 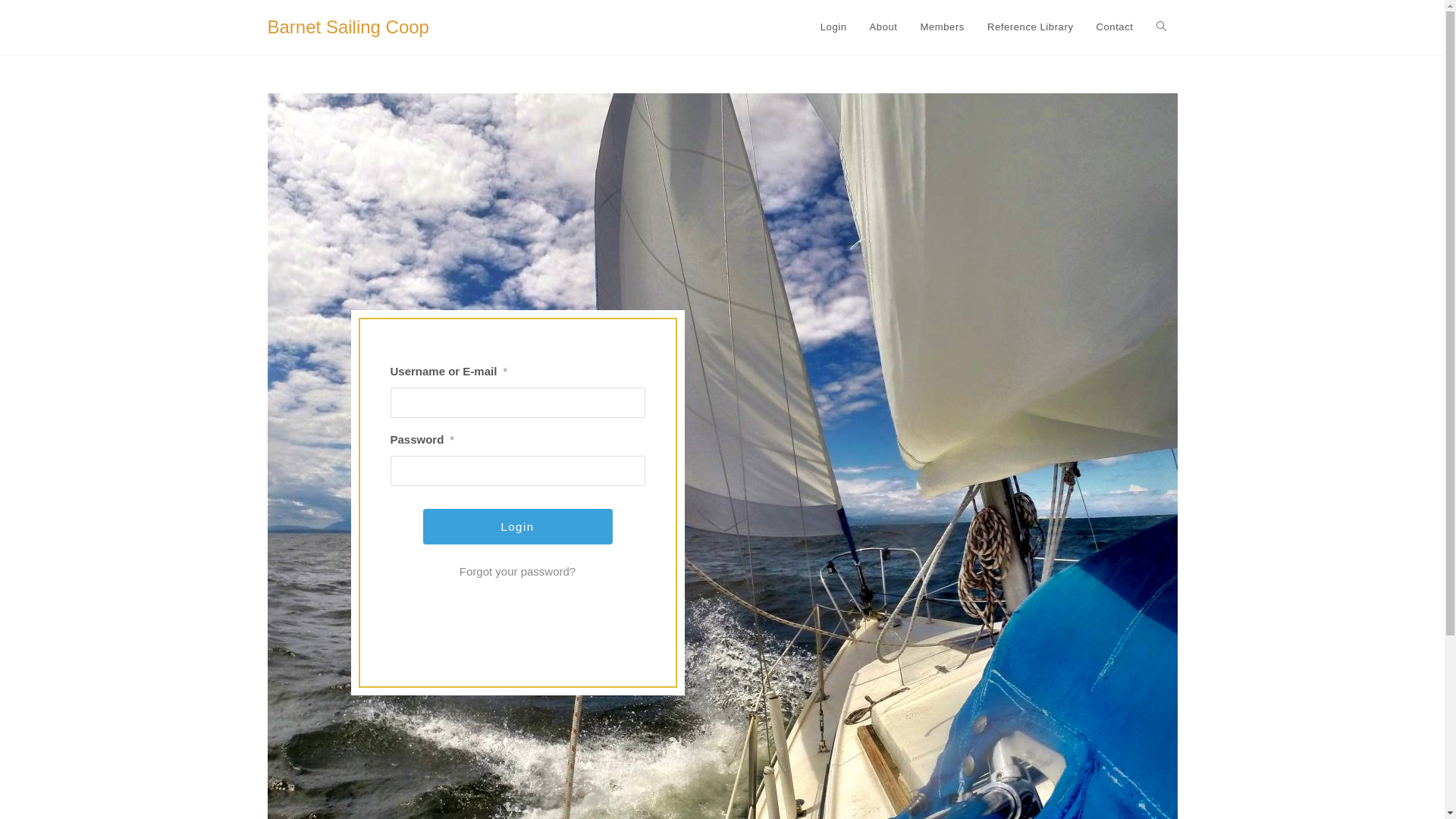 I want to click on 'Barnet Sailing Coop', so click(x=347, y=27).